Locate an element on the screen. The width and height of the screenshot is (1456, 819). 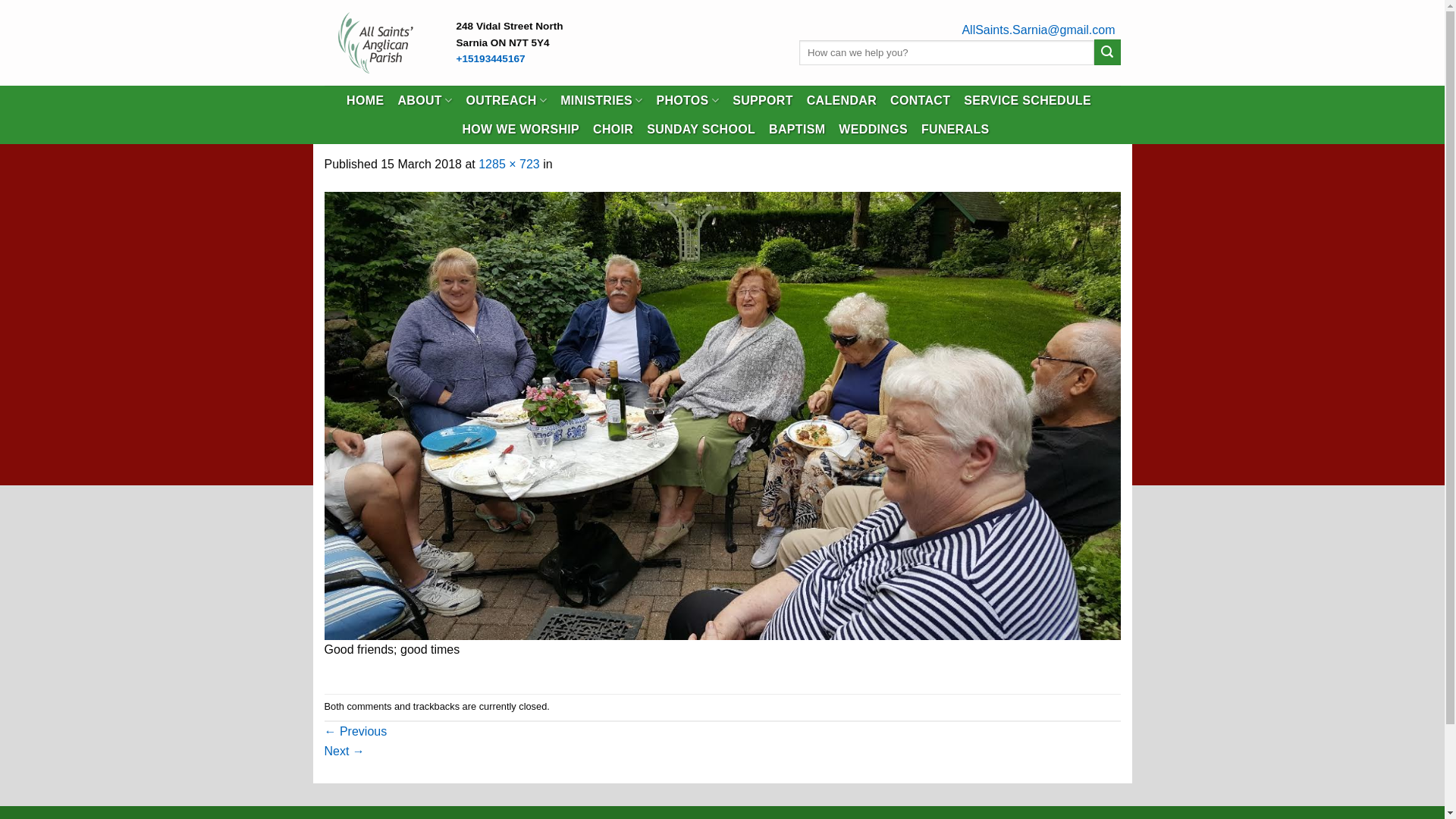
'PHOTOS' is located at coordinates (686, 100).